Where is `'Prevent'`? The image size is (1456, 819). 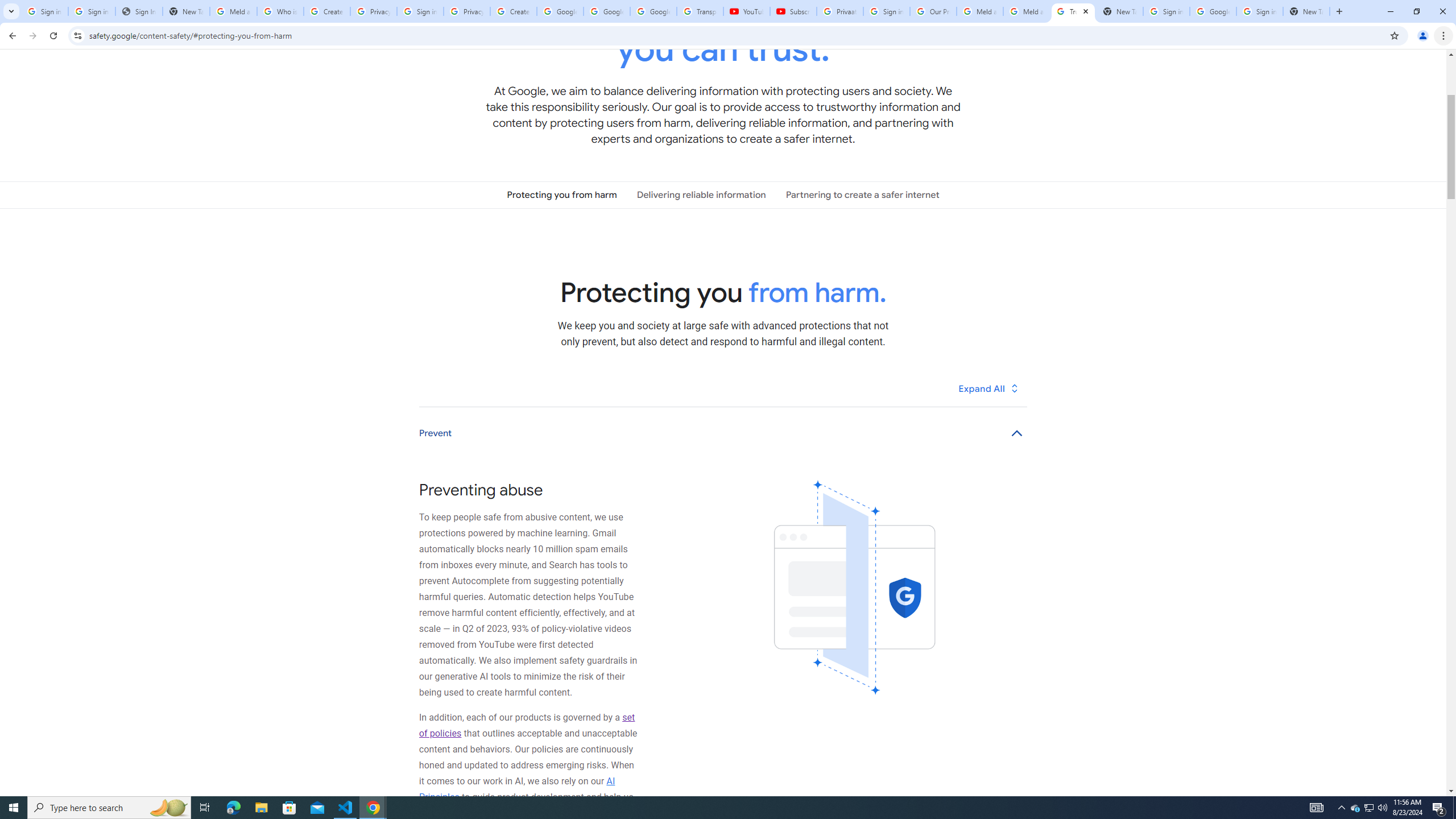
'Prevent' is located at coordinates (723, 433).